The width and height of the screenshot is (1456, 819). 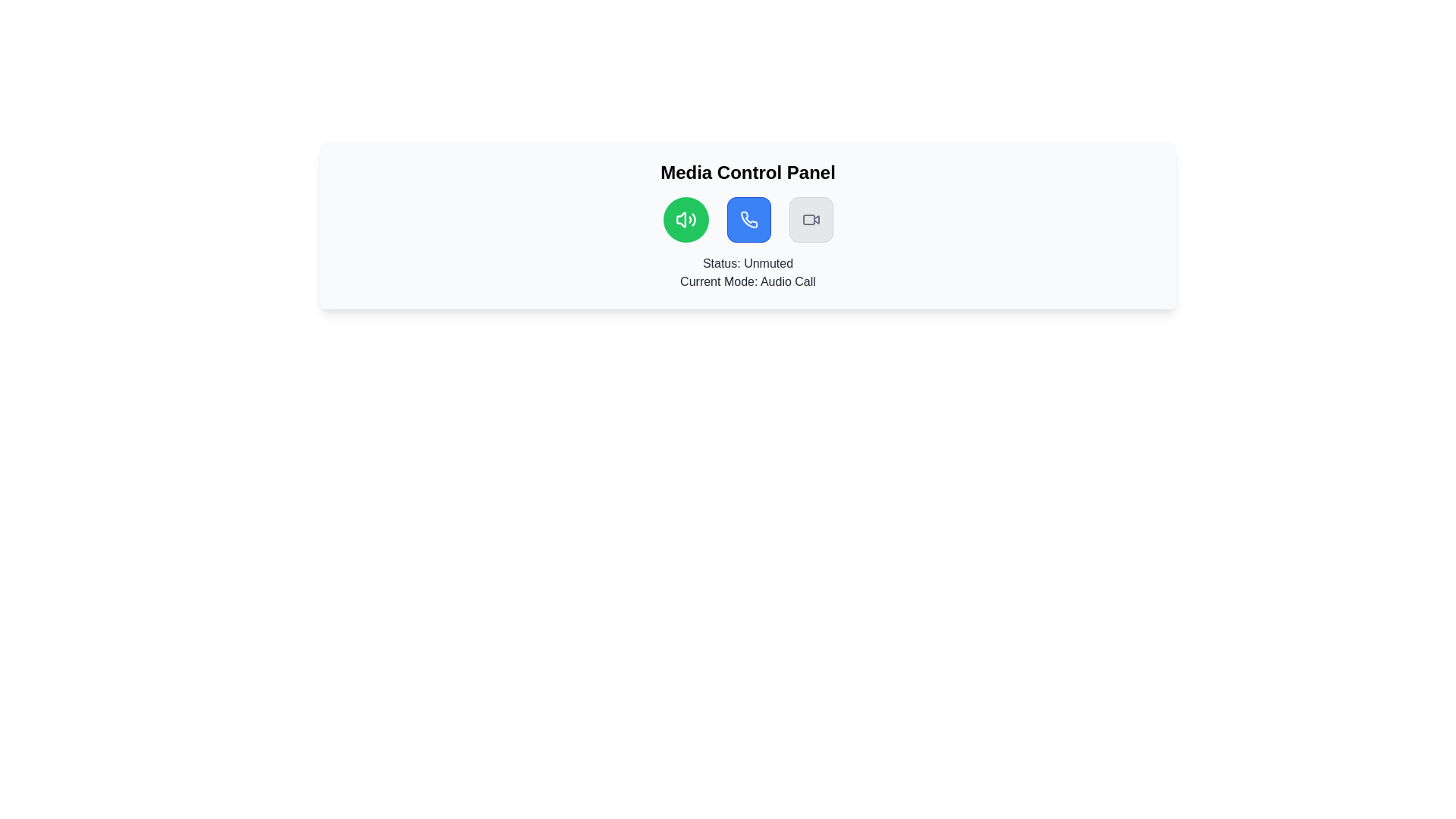 I want to click on the mute button in the Media Control Panel, so click(x=685, y=219).